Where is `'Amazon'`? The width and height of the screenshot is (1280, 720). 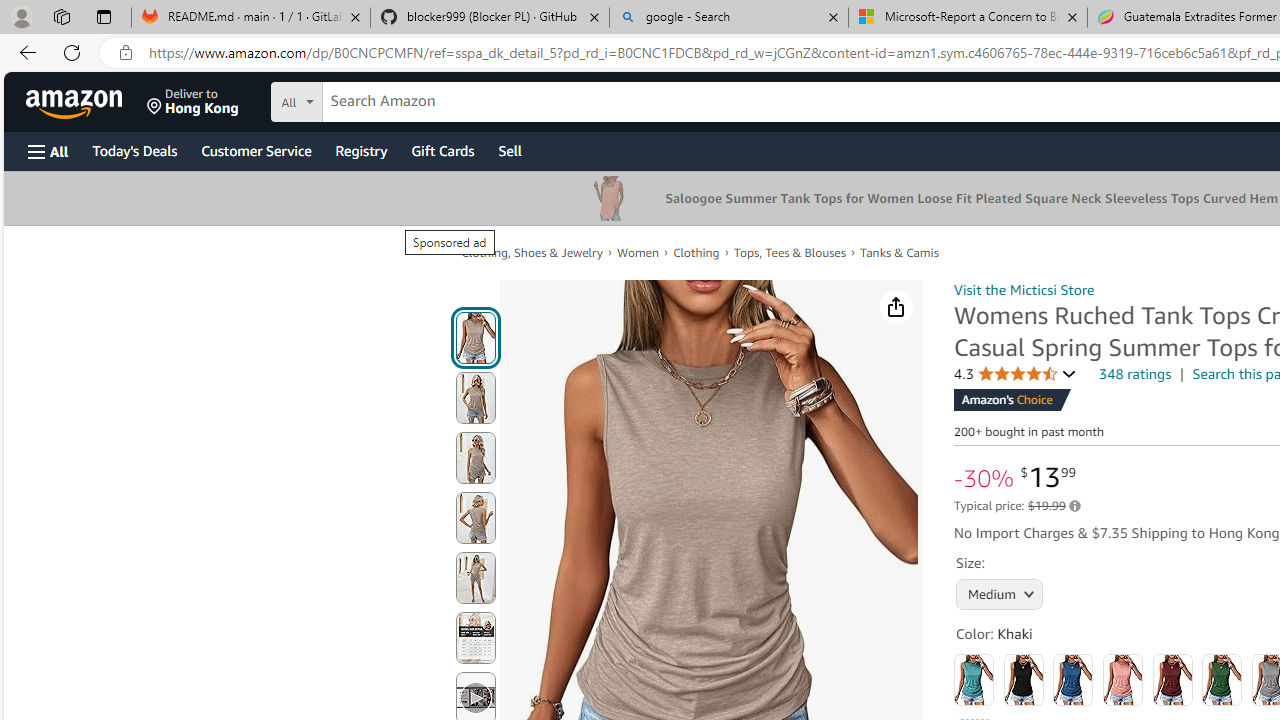 'Amazon' is located at coordinates (76, 101).